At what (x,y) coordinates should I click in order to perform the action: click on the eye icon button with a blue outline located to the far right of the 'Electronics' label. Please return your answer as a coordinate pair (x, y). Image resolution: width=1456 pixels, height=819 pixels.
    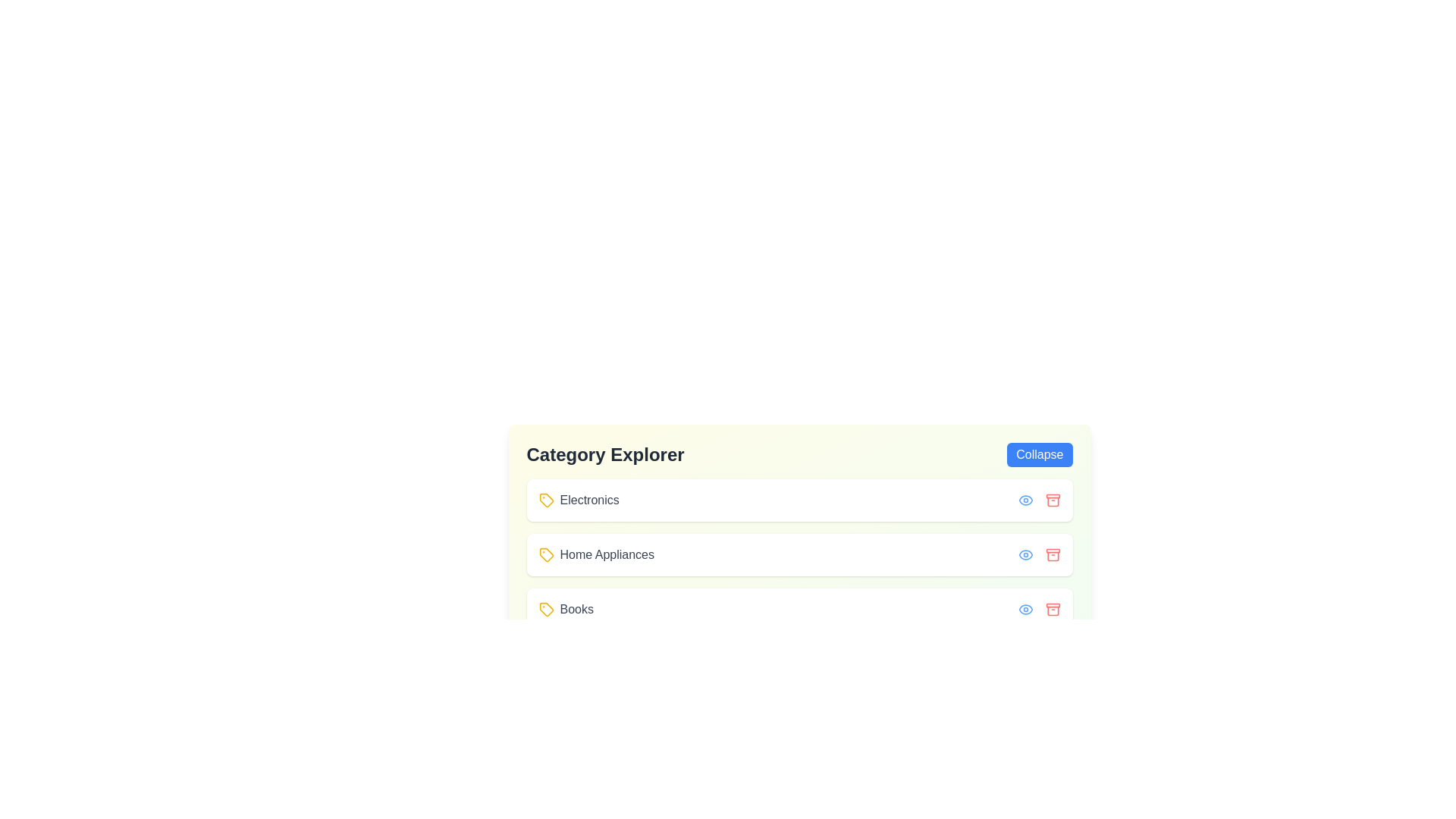
    Looking at the image, I should click on (1025, 608).